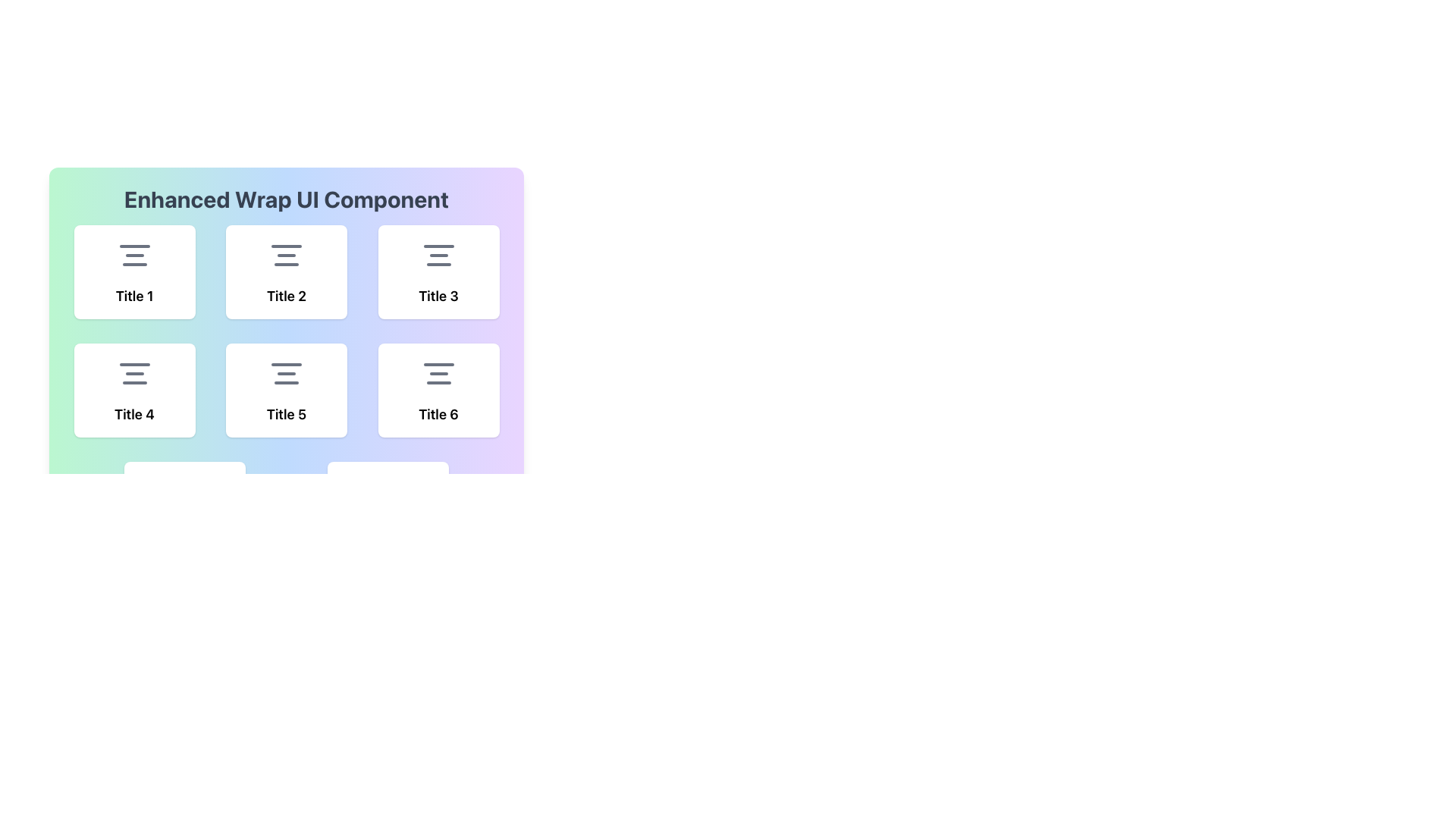 The image size is (1456, 819). I want to click on the Interactive Card in the second row and third column that relates to 'Title 6', so click(438, 390).